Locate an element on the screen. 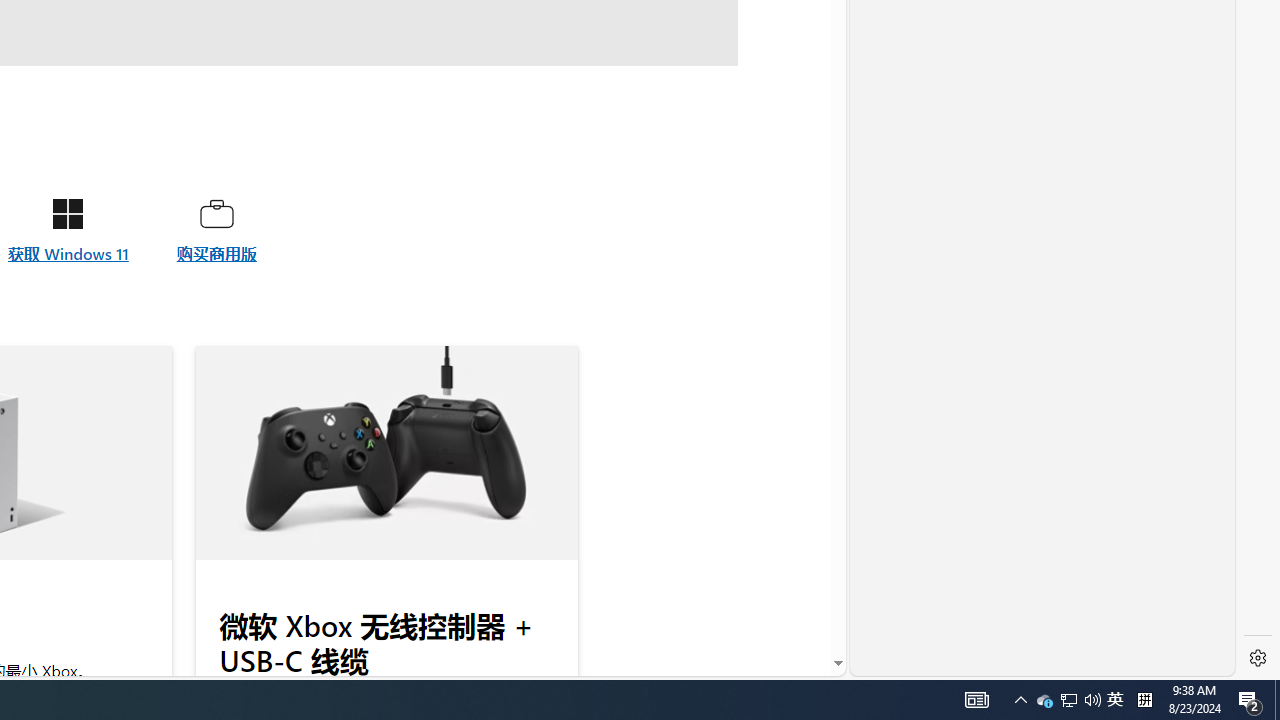  'Settings' is located at coordinates (1257, 658).